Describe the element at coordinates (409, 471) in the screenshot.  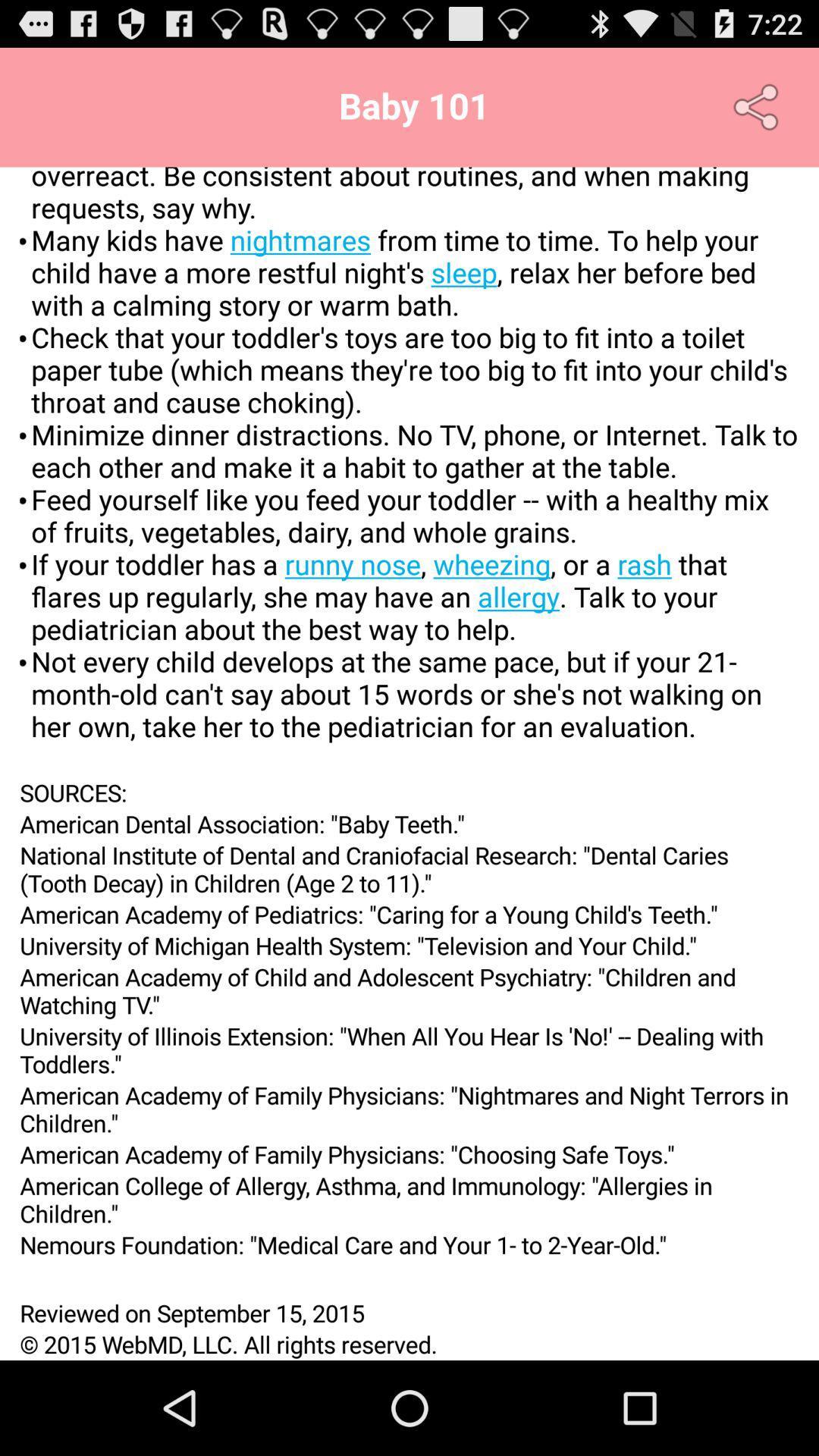
I see `month 21 tips item` at that location.